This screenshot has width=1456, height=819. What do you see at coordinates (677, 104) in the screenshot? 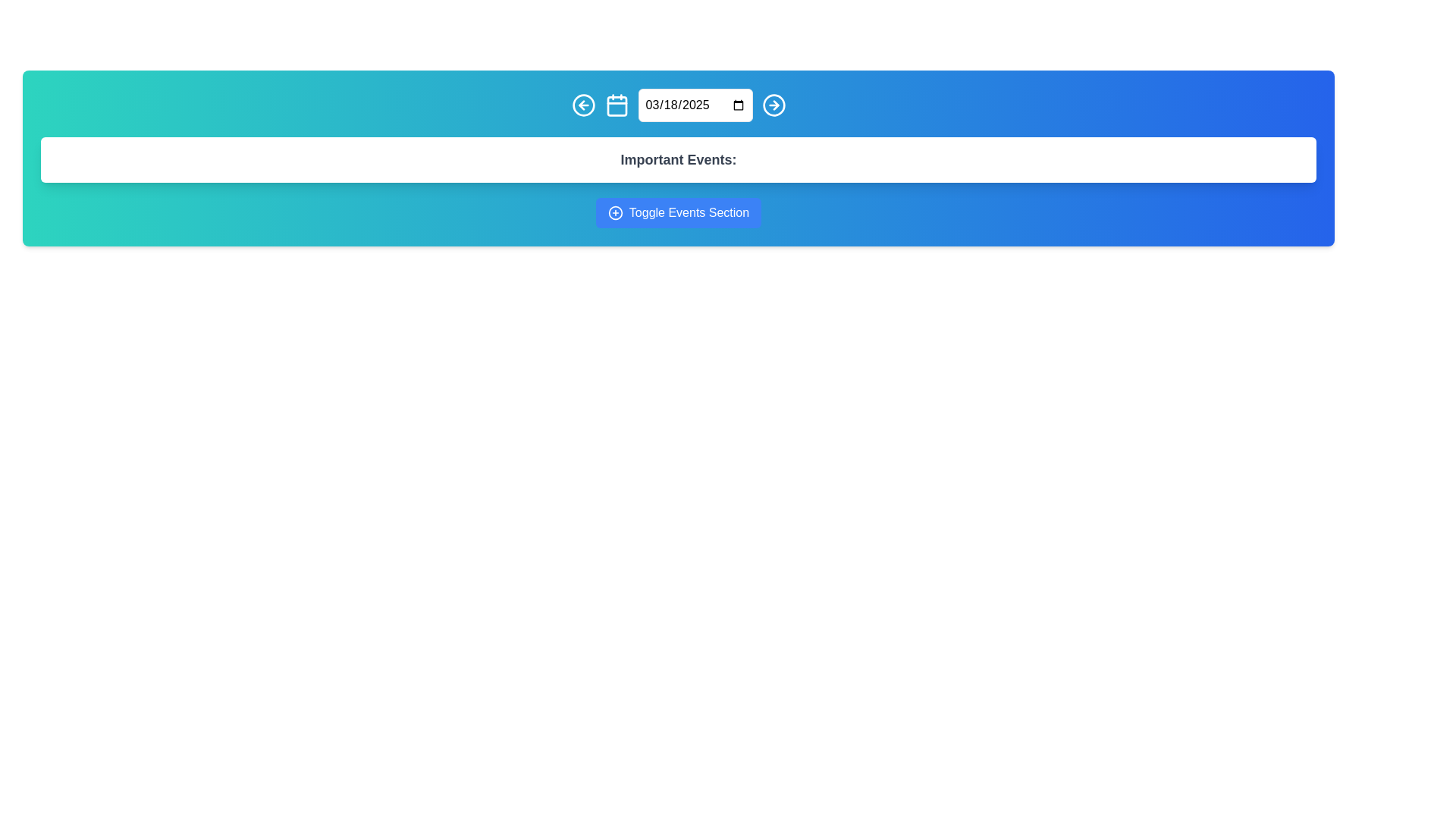
I see `the date picker input field to focus on it, which is the third interactive component from the left, located centrally above the main content area` at bounding box center [677, 104].